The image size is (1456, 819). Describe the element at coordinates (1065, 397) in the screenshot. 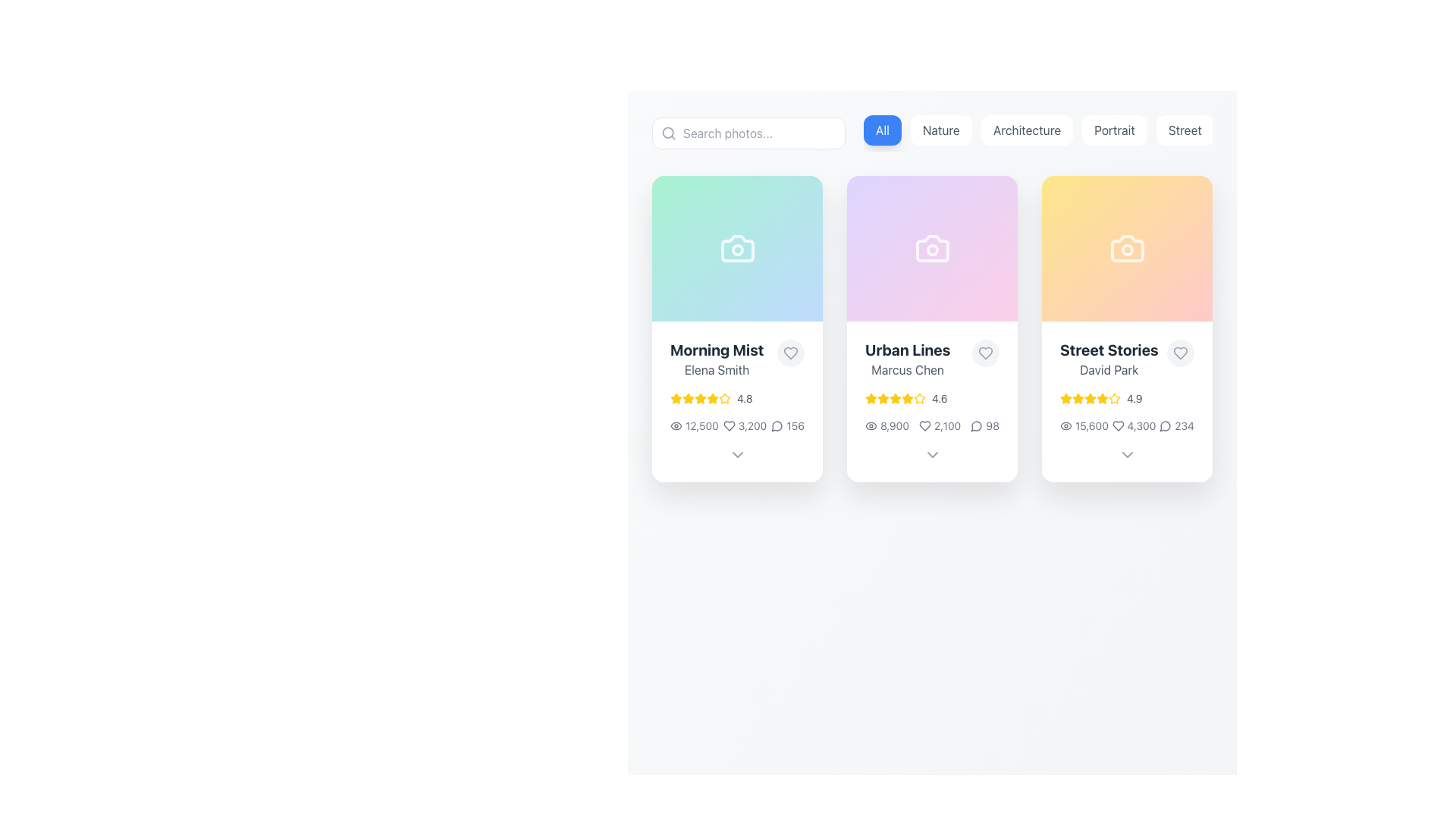

I see `the third star icon in the rating system of the 'Street Stories' card to interact with the rating function` at that location.